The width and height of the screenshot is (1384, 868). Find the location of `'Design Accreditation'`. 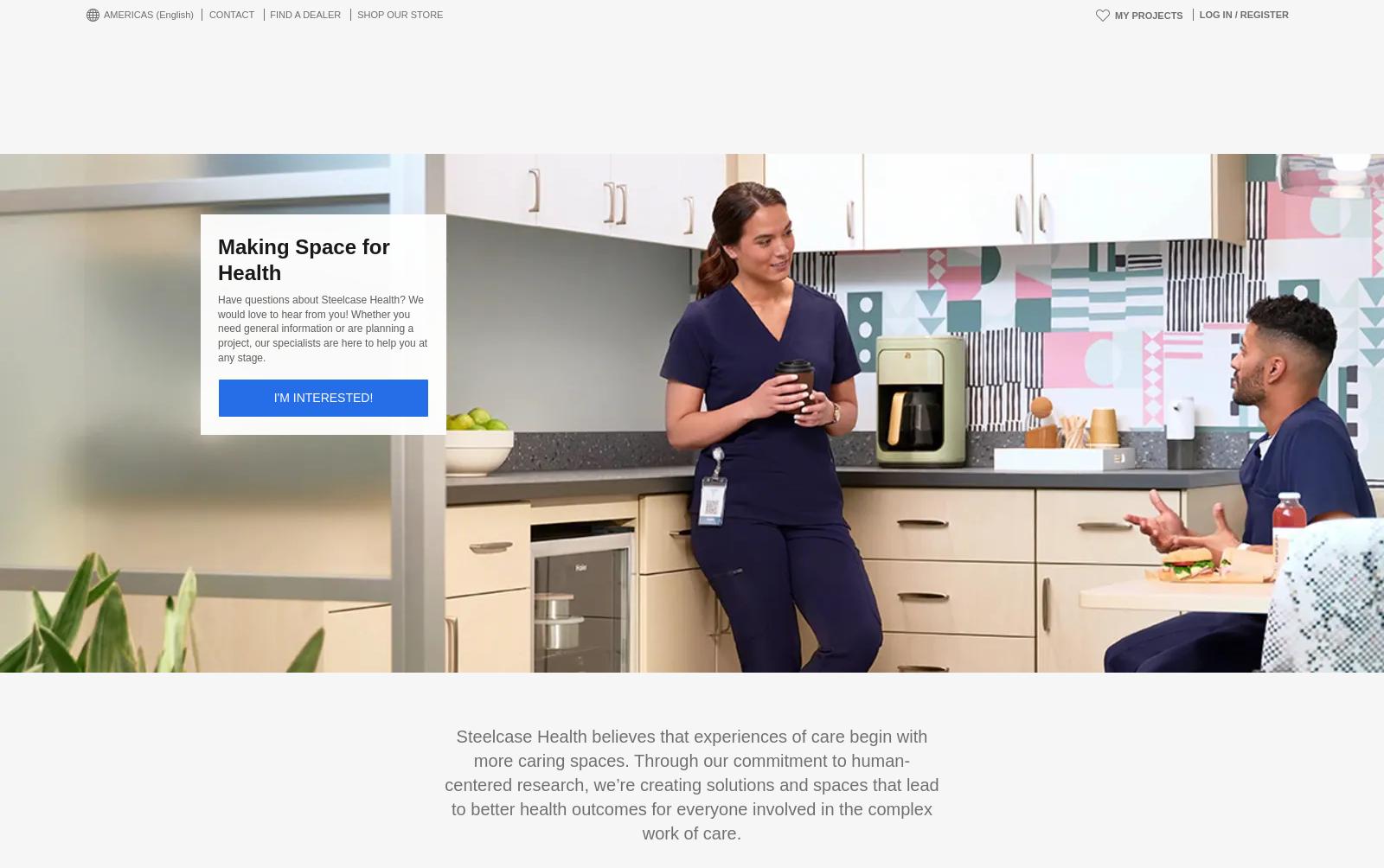

'Design Accreditation' is located at coordinates (606, 813).